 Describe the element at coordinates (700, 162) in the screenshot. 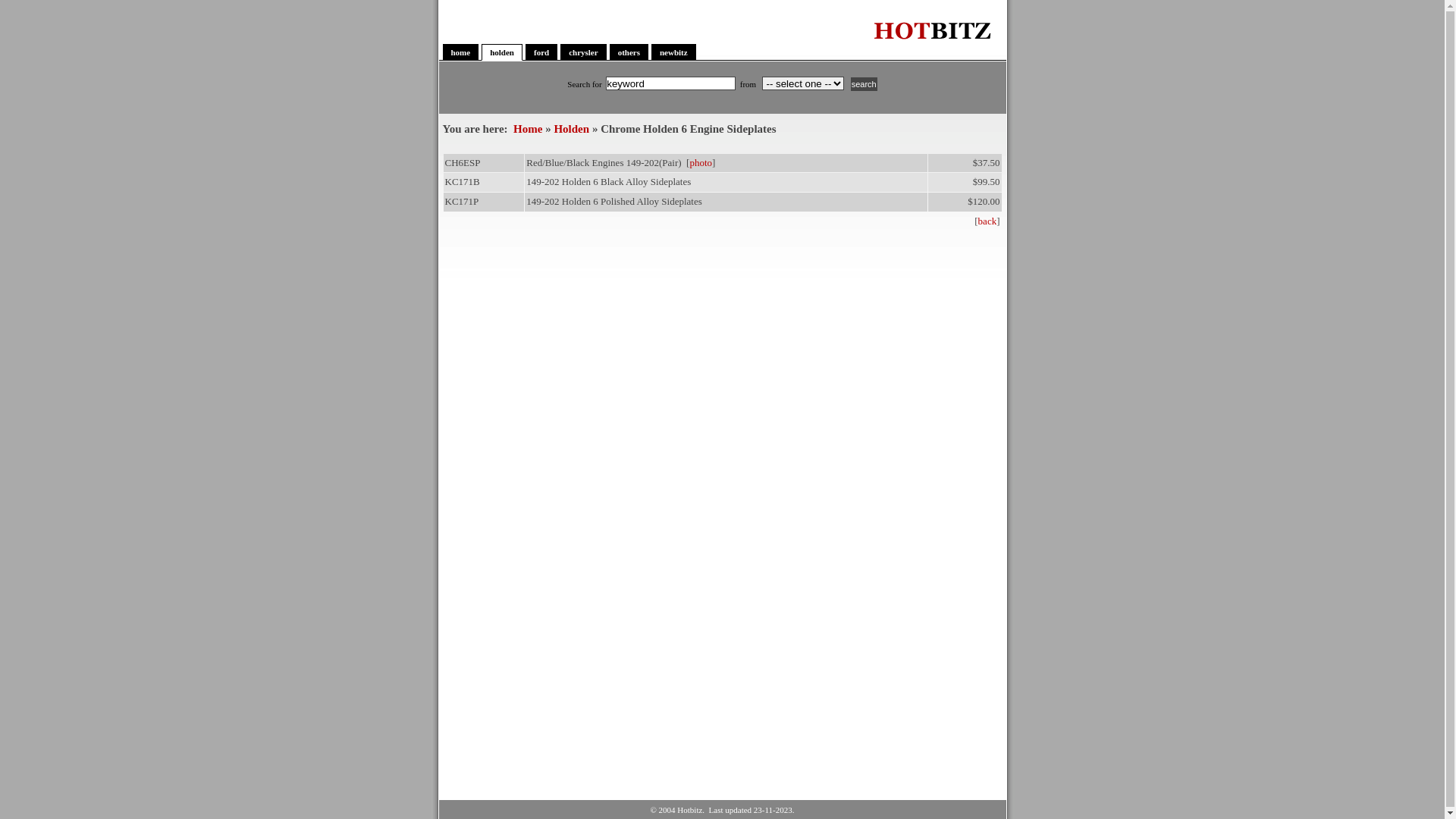

I see `'photo'` at that location.